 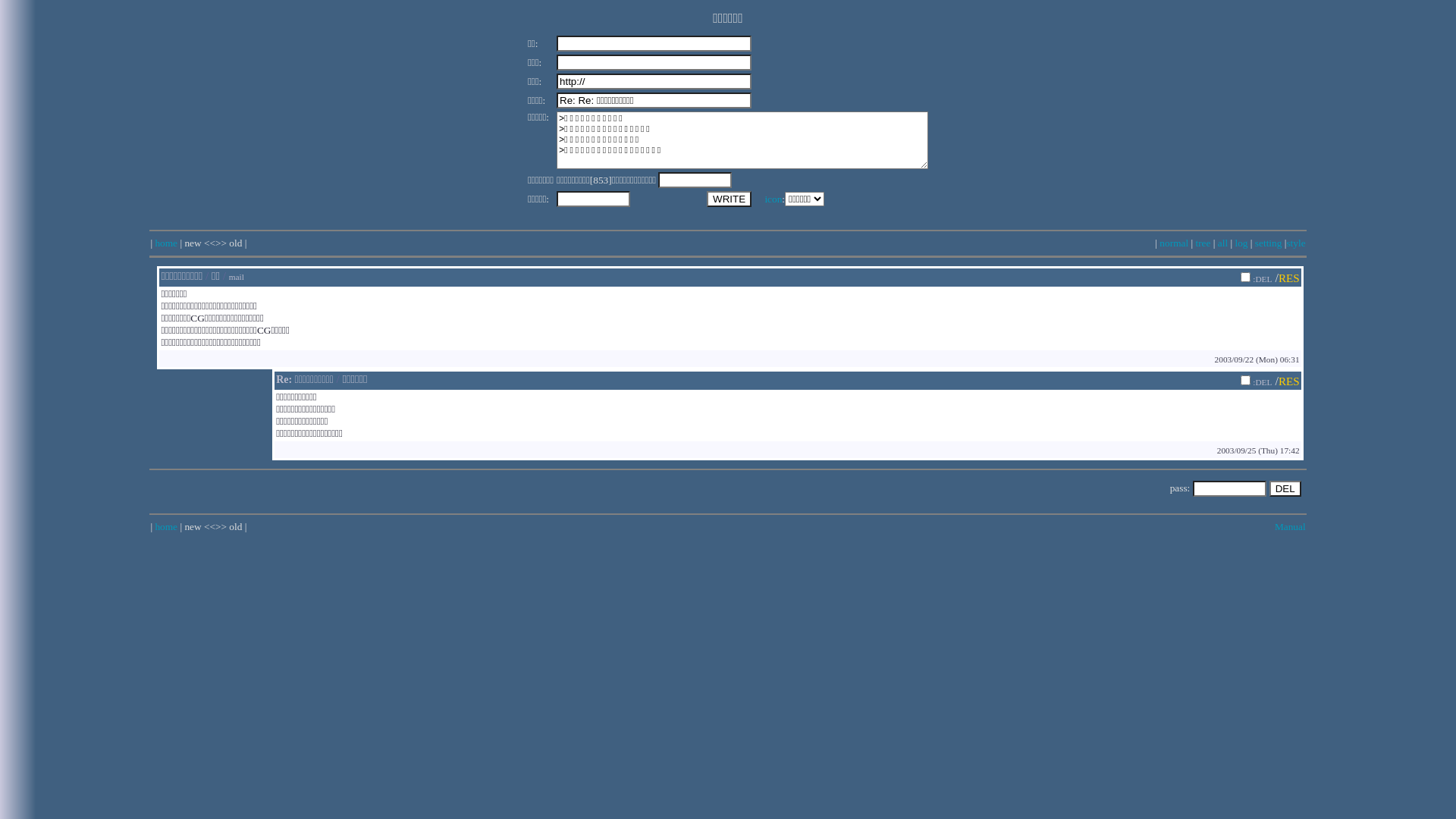 I want to click on 'RES', so click(x=1288, y=380).